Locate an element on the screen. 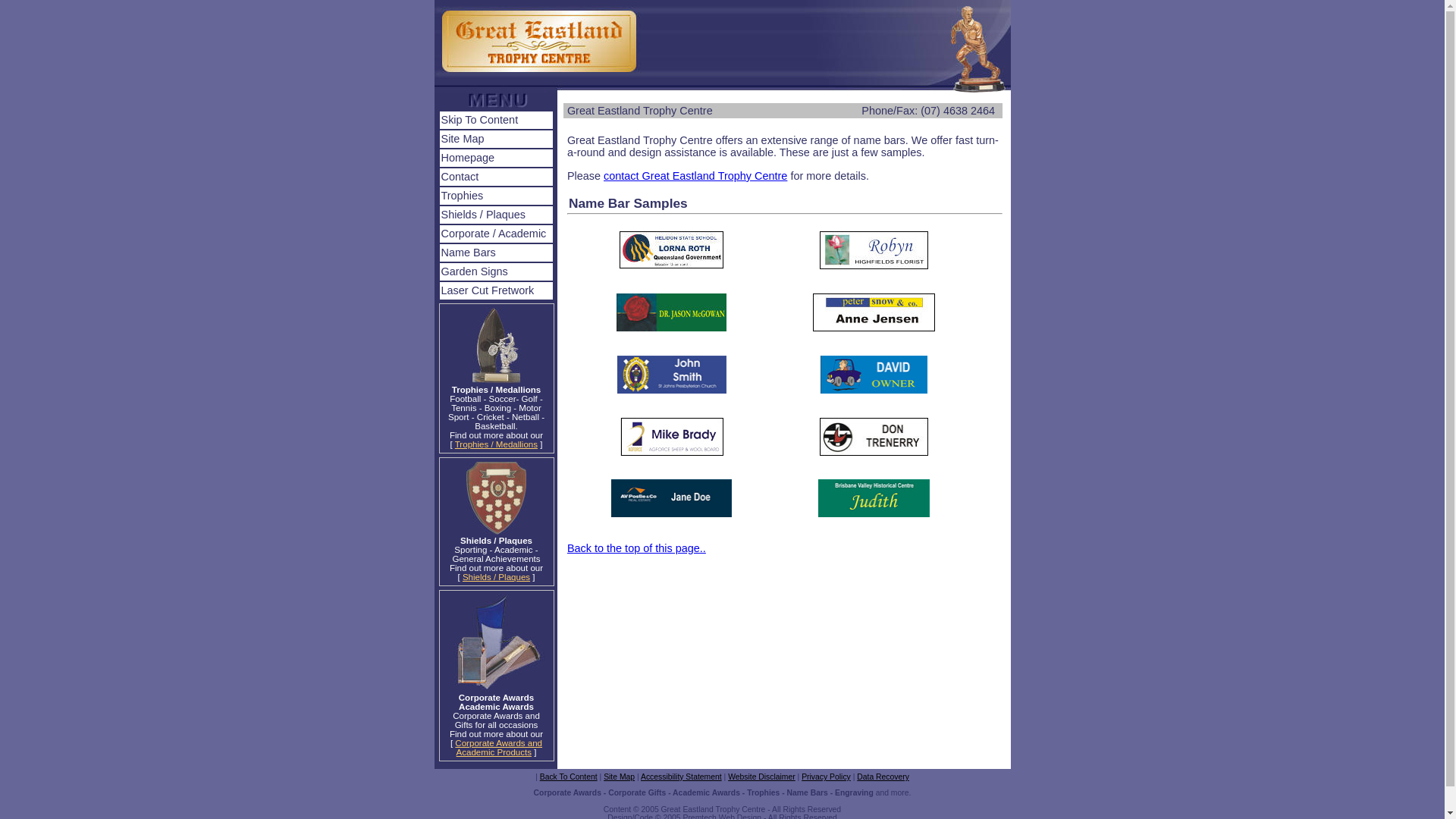 This screenshot has height=819, width=1456. 'Corporate / Academic' is located at coordinates (439, 234).